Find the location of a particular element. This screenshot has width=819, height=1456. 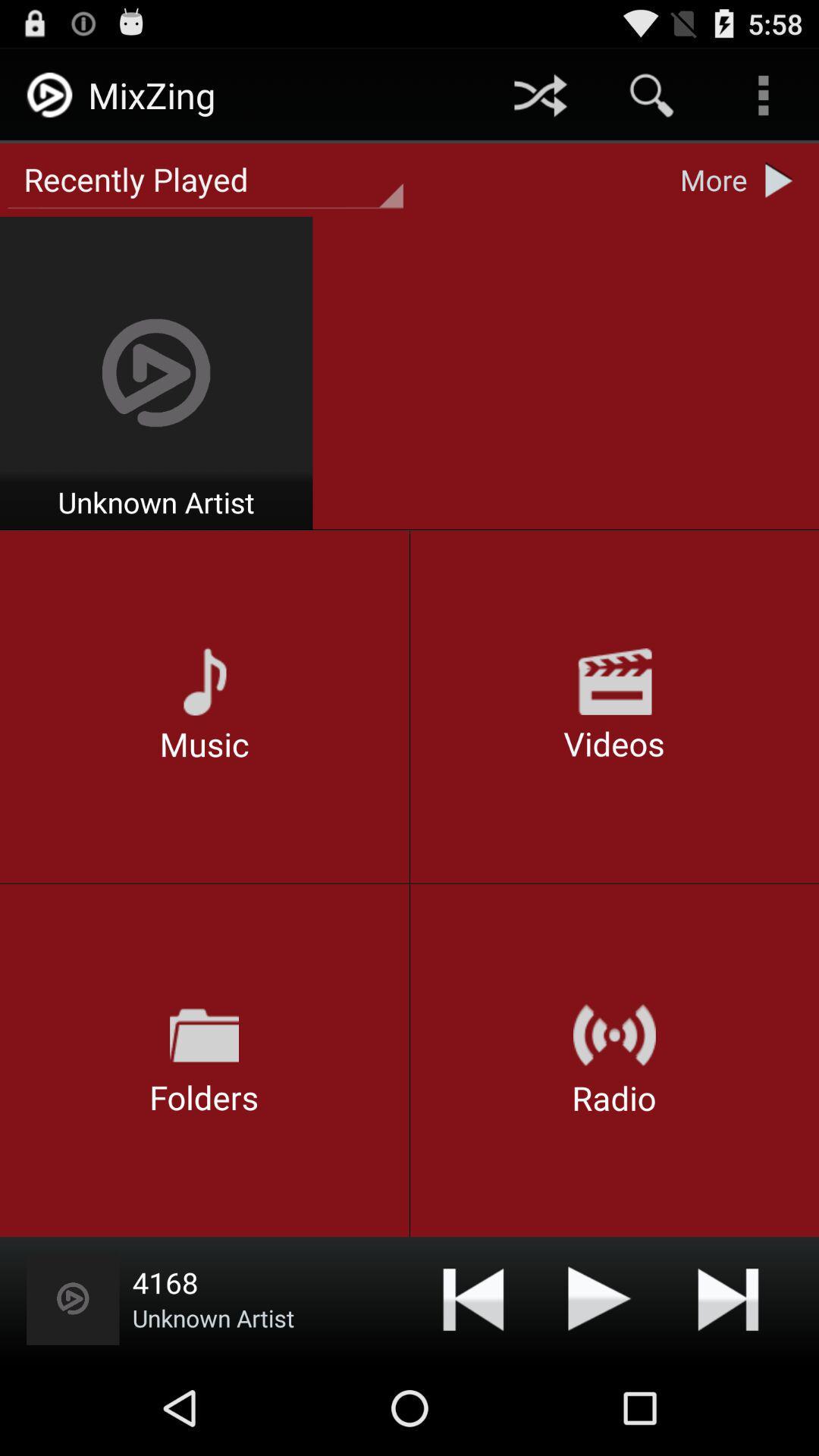

replay is located at coordinates (73, 1298).